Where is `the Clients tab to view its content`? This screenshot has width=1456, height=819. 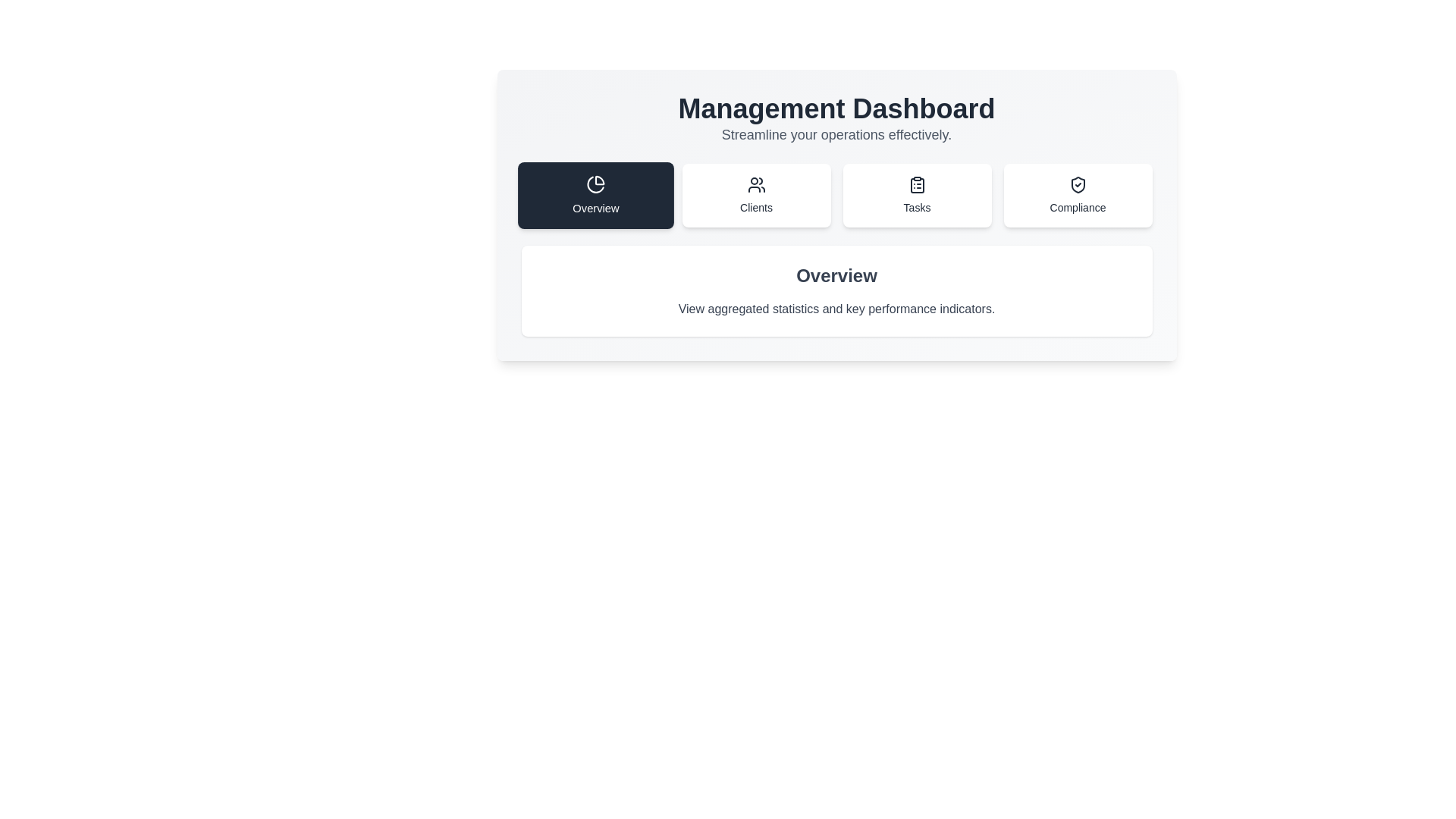 the Clients tab to view its content is located at coordinates (756, 195).